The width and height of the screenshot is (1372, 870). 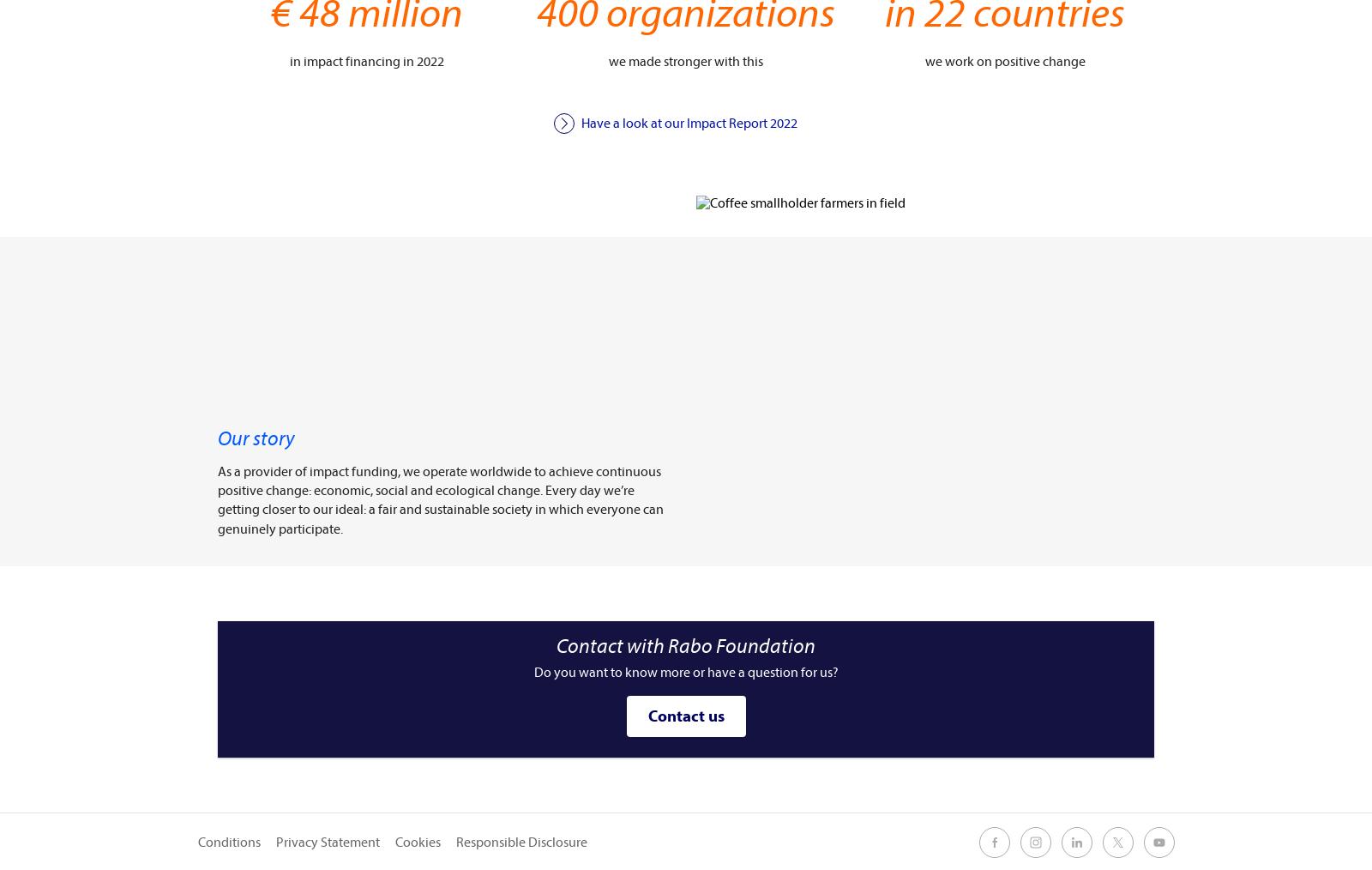 I want to click on 'Privacy Statement', so click(x=328, y=842).